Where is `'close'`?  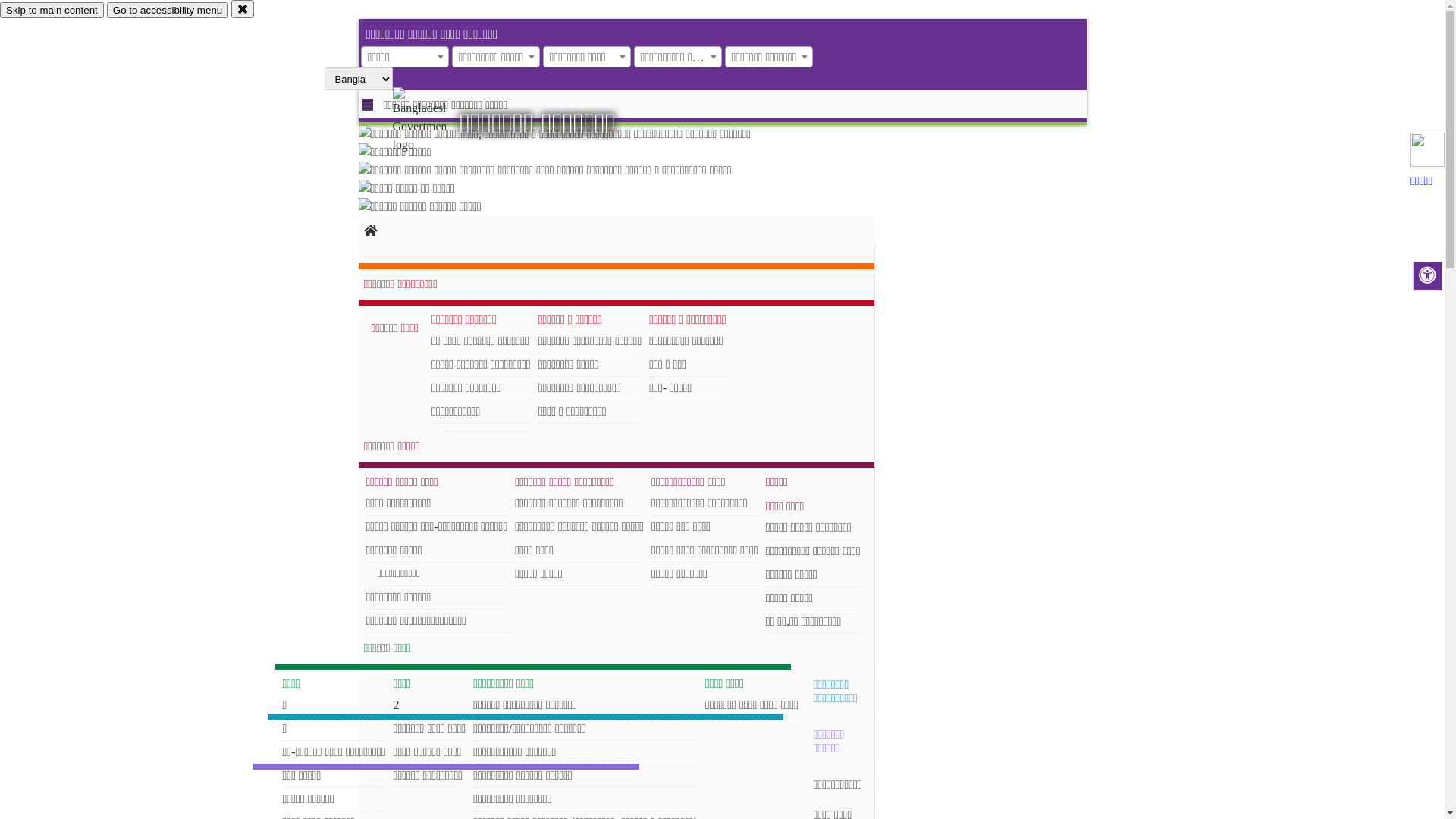
'close' is located at coordinates (243, 8).